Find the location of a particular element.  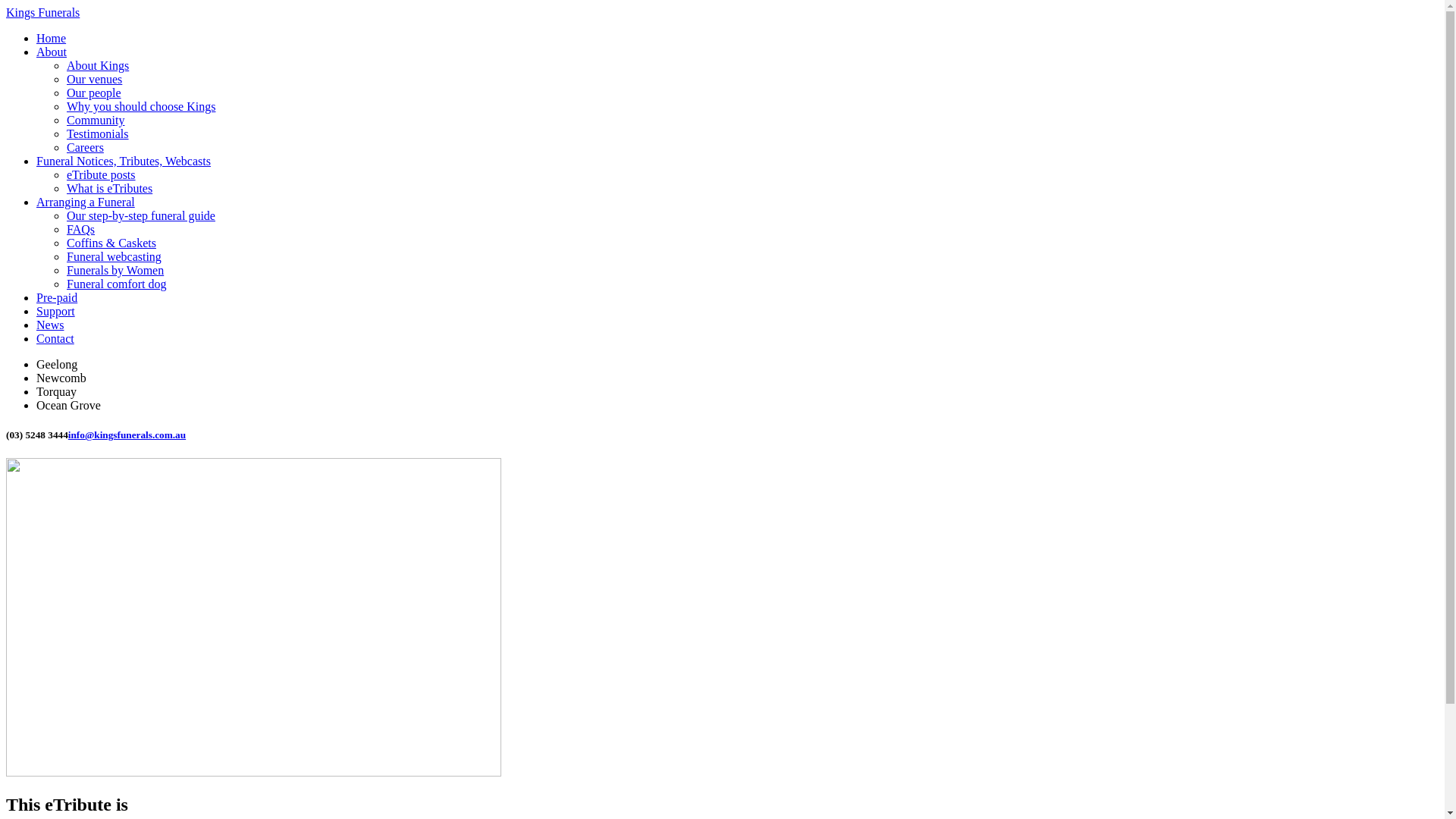

'info@kingsfunerals.com.au' is located at coordinates (127, 435).